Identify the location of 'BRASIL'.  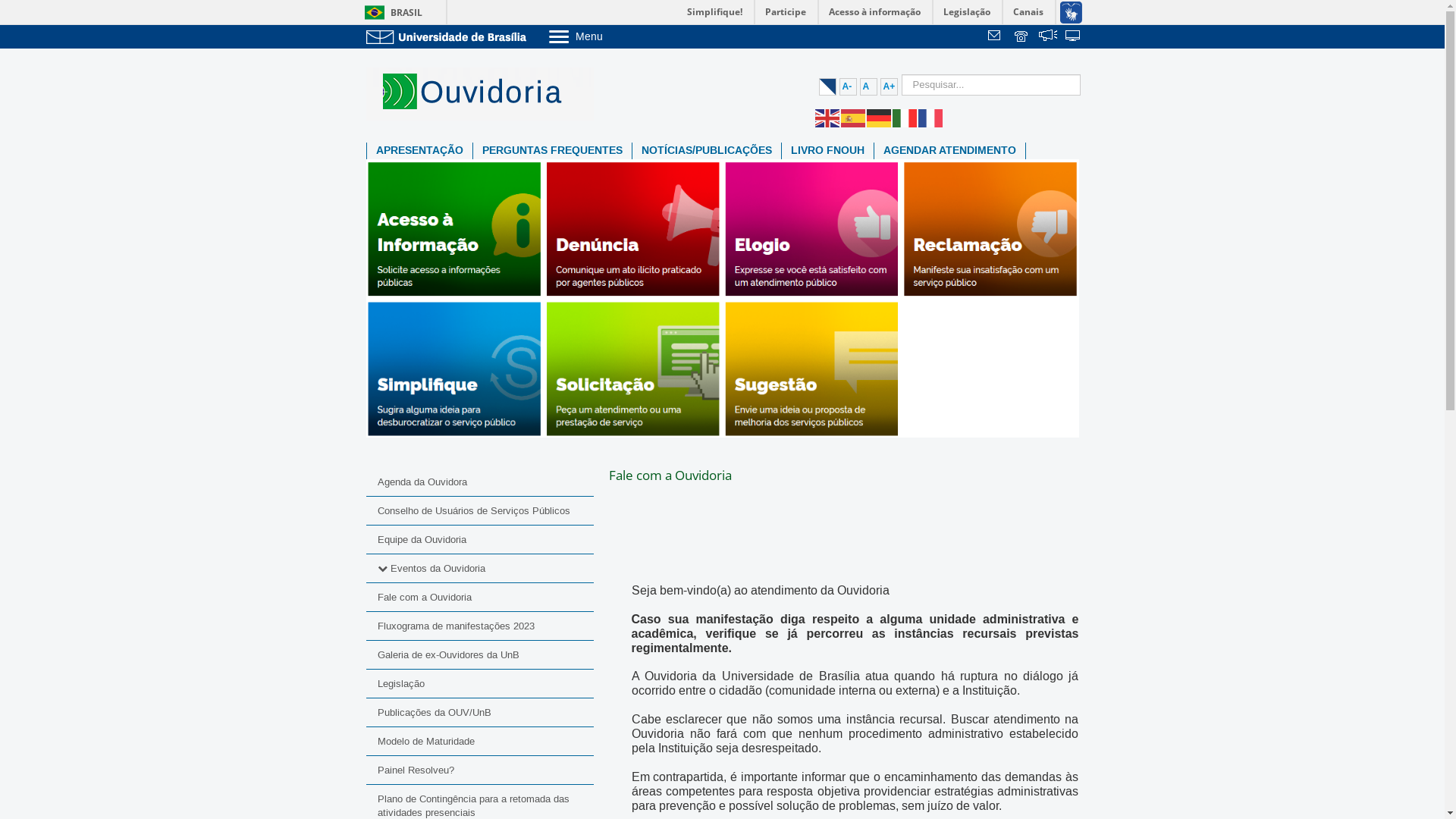
(390, 12).